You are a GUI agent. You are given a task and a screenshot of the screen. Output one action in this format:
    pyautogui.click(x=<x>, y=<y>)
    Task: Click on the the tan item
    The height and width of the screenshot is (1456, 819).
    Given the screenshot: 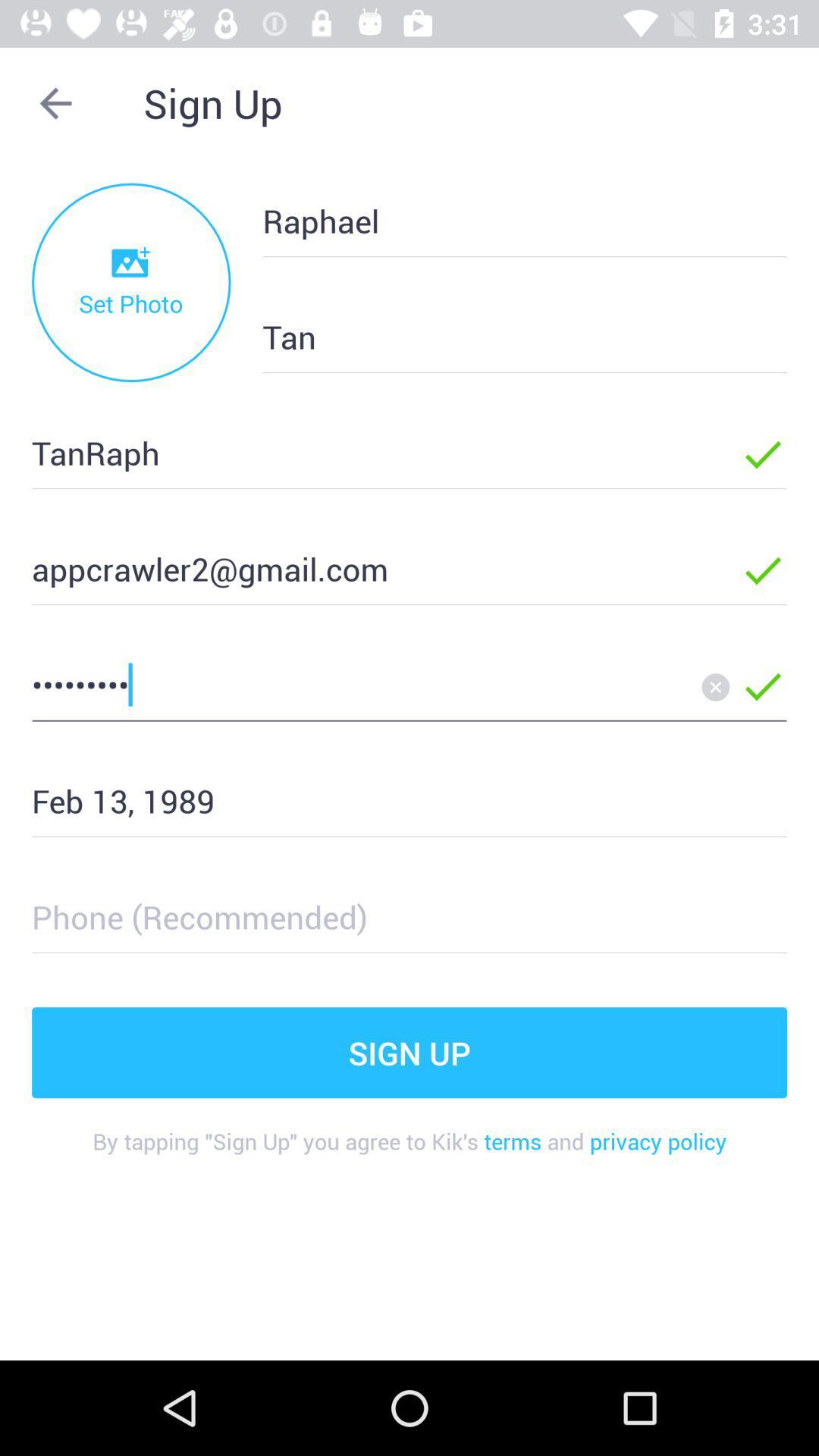 What is the action you would take?
    pyautogui.click(x=500, y=336)
    